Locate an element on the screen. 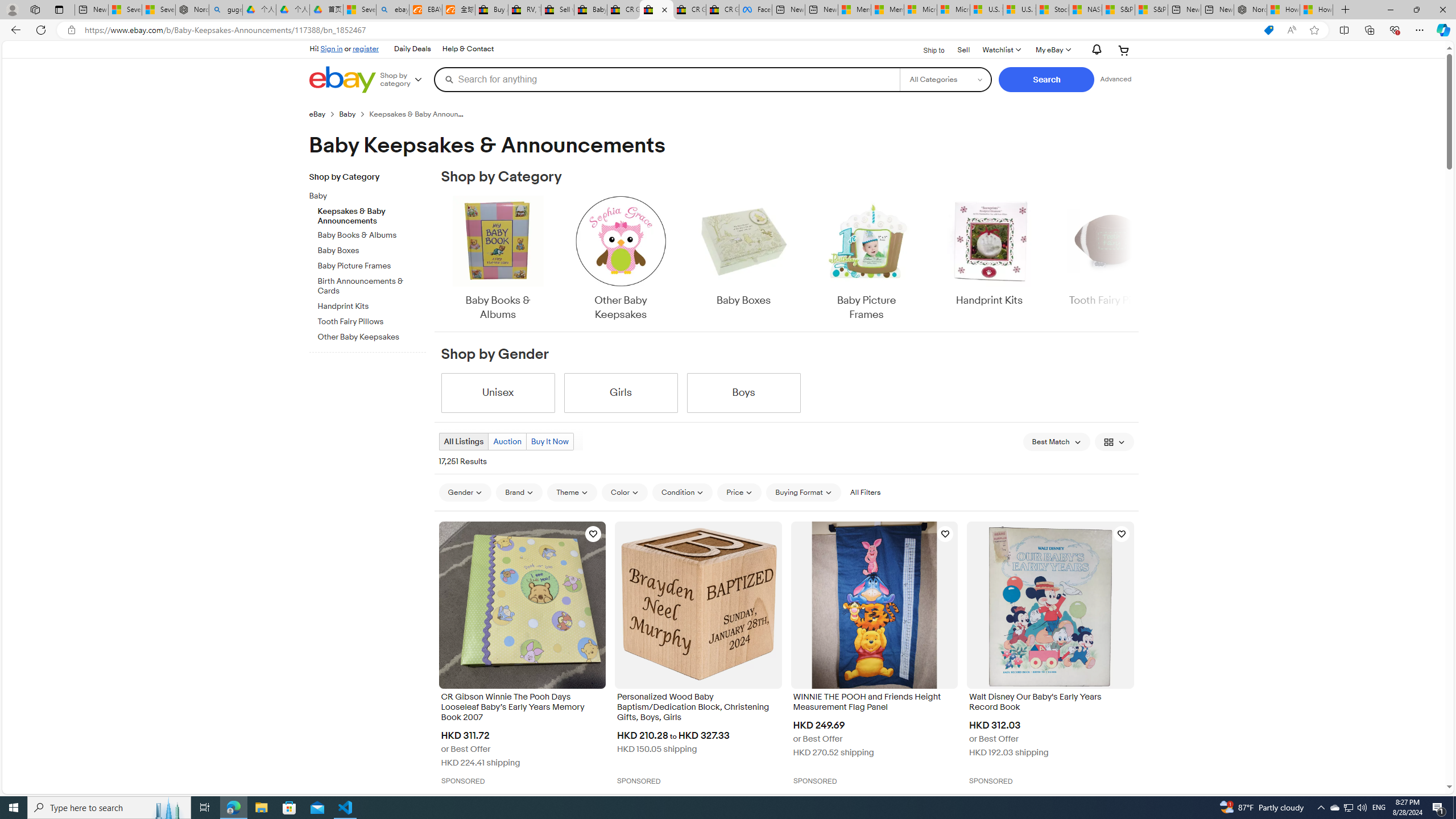  'Girls' is located at coordinates (621, 392).